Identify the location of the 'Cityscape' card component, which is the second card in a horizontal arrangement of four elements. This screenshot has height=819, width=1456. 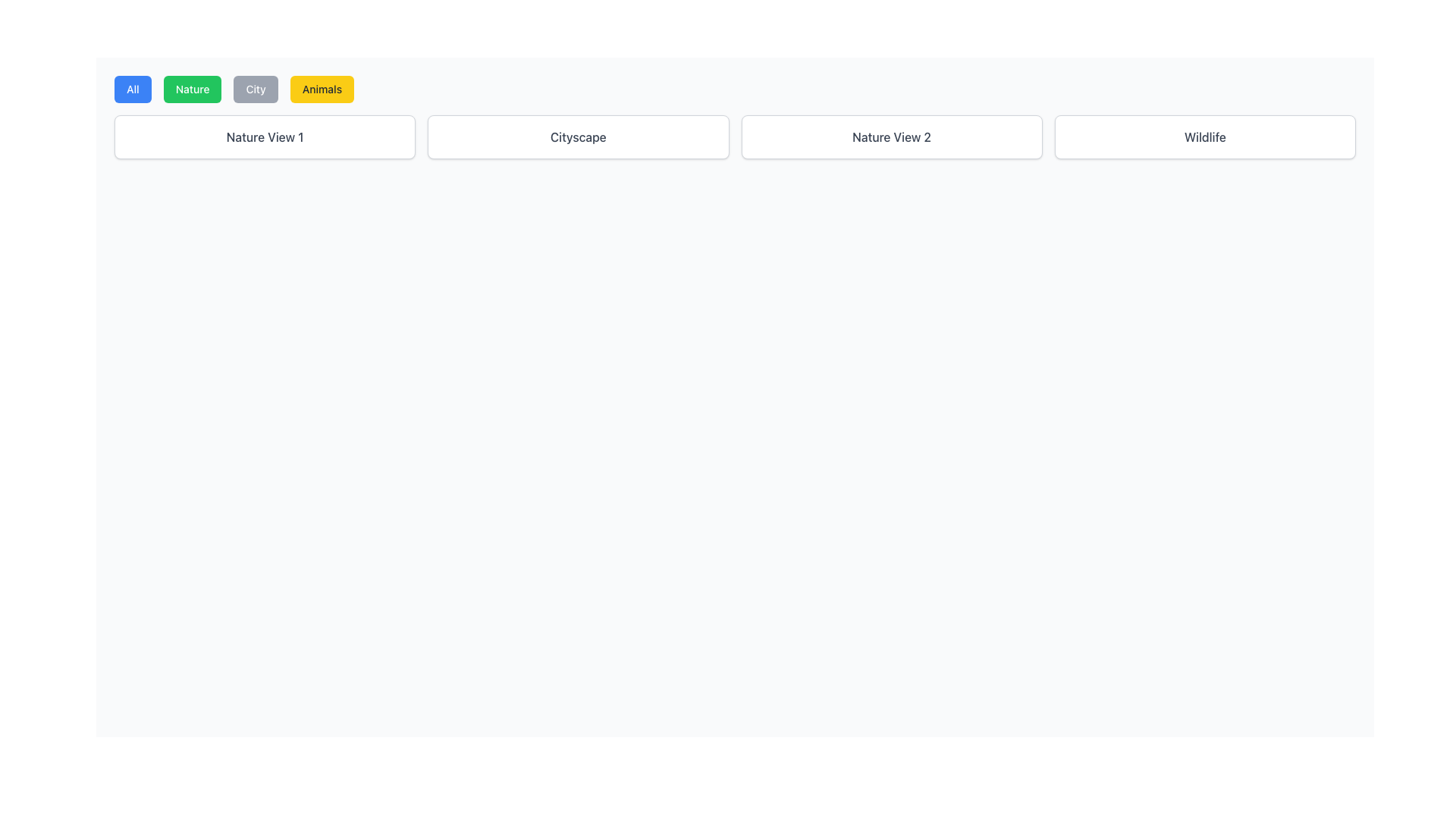
(577, 137).